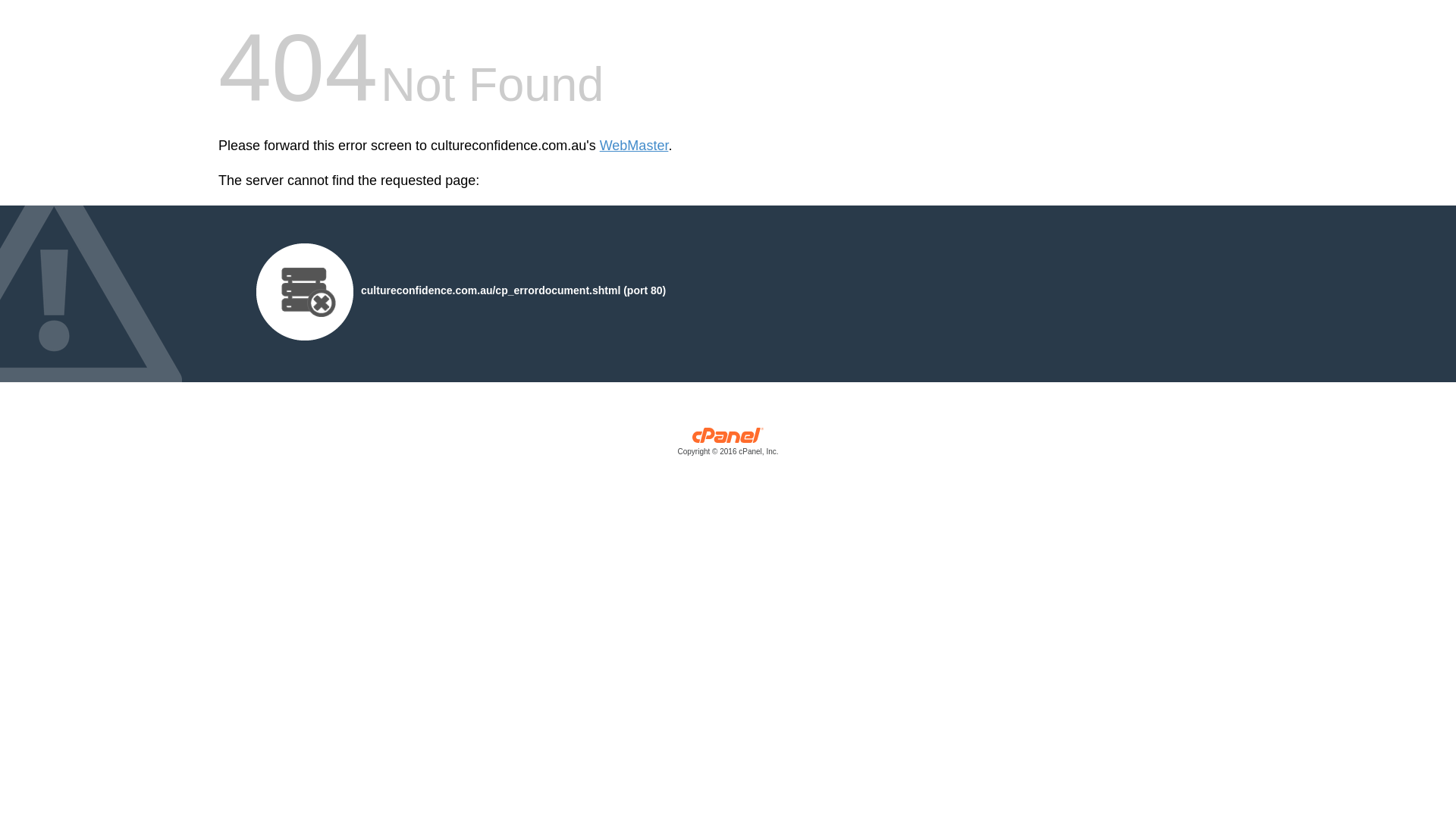 This screenshot has width=1456, height=819. Describe the element at coordinates (634, 146) in the screenshot. I see `'WebMaster'` at that location.